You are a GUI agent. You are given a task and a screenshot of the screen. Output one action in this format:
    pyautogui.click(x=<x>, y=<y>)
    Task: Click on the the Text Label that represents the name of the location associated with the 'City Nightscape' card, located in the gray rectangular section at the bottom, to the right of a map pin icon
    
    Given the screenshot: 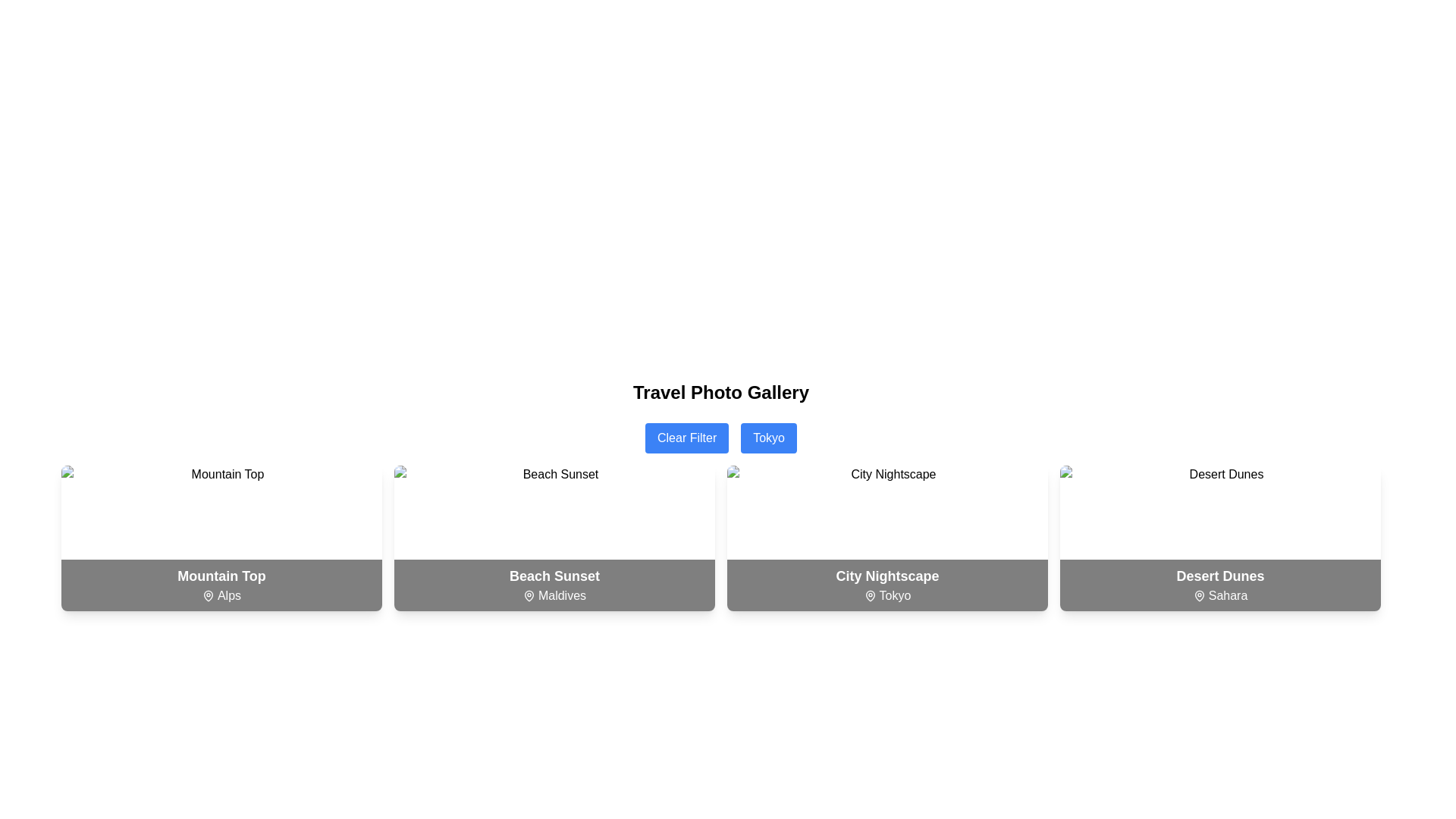 What is the action you would take?
    pyautogui.click(x=887, y=595)
    